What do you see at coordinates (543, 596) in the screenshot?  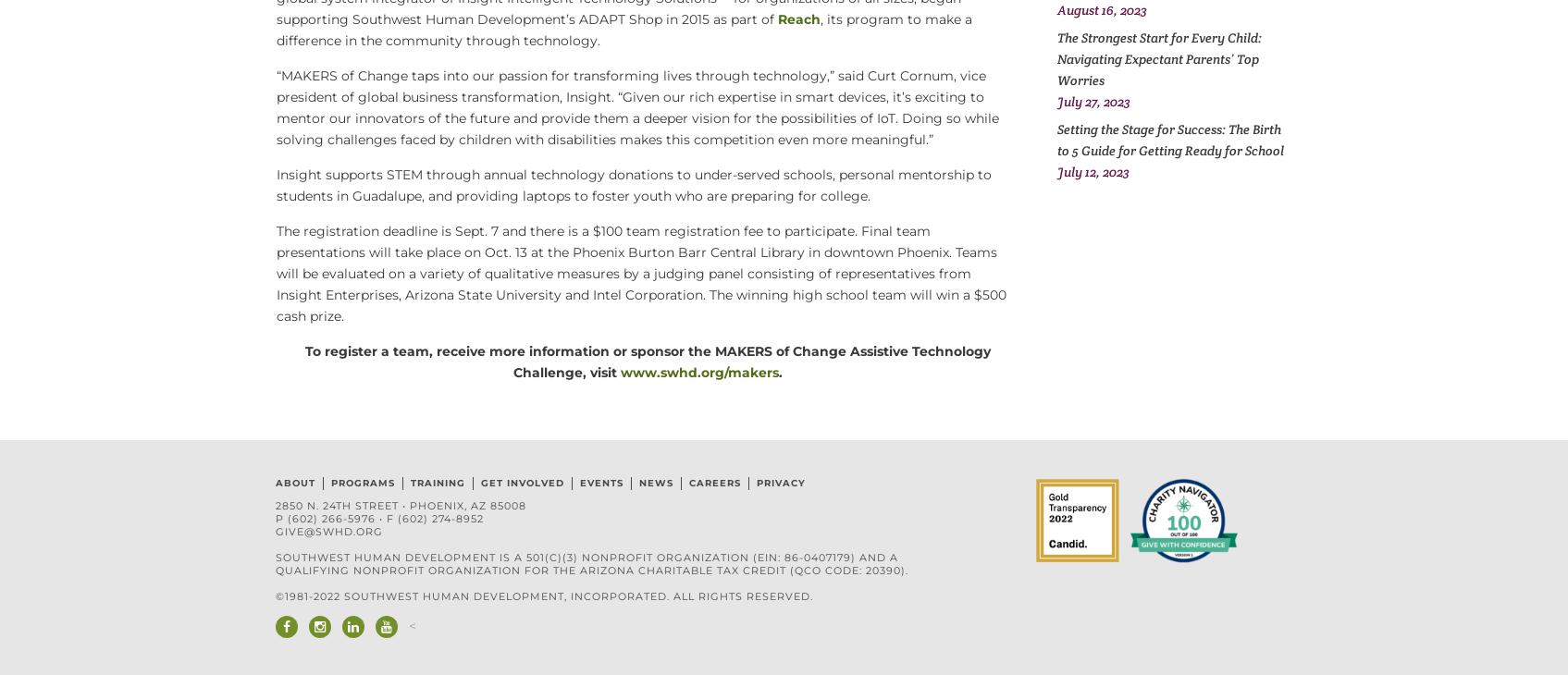 I see `'©1981-2022 Southwest Human Development, Incorporated. All rights reserved.'` at bounding box center [543, 596].